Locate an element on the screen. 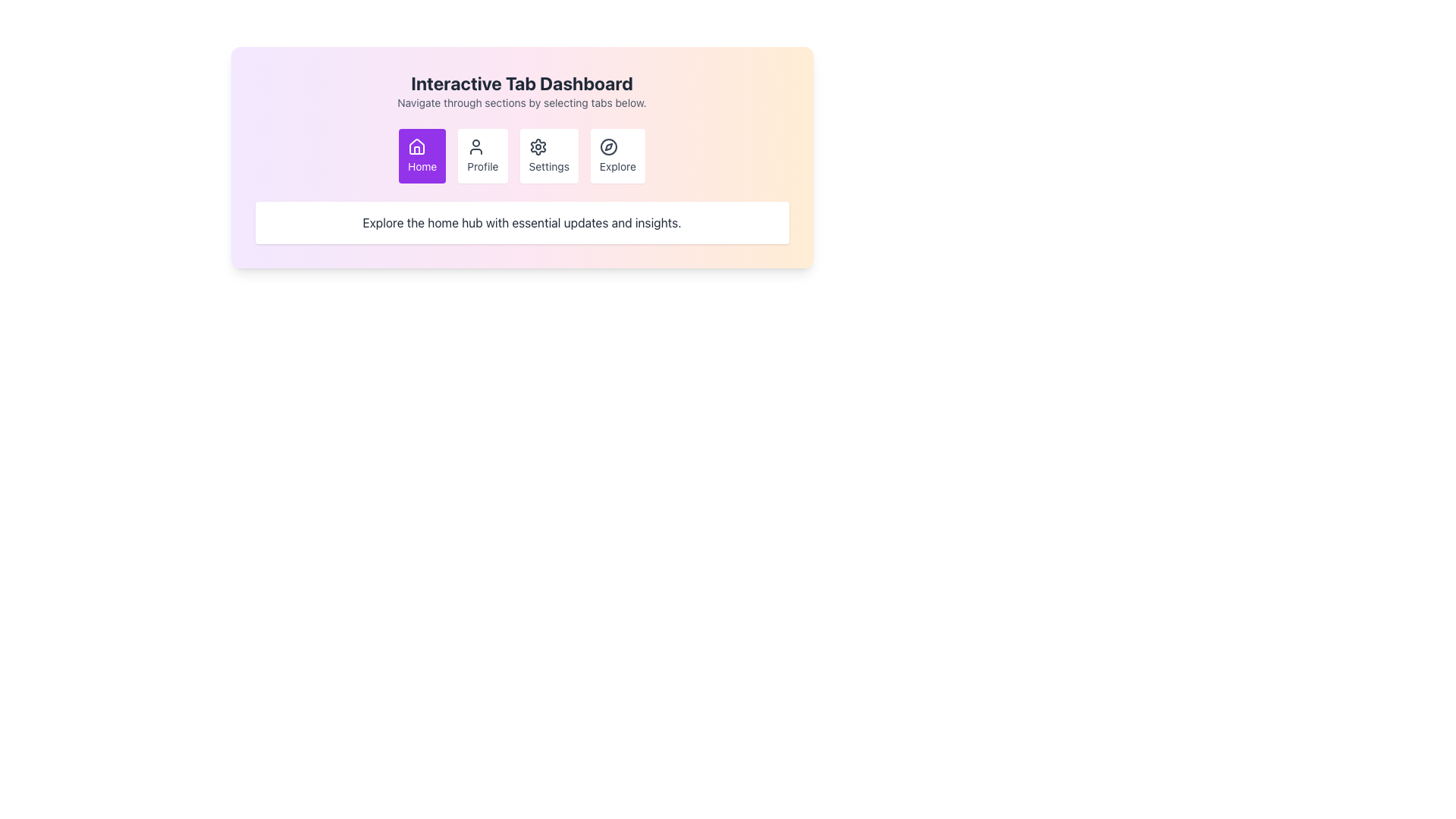 Image resolution: width=1456 pixels, height=819 pixels. the 'Settings' button is located at coordinates (548, 155).